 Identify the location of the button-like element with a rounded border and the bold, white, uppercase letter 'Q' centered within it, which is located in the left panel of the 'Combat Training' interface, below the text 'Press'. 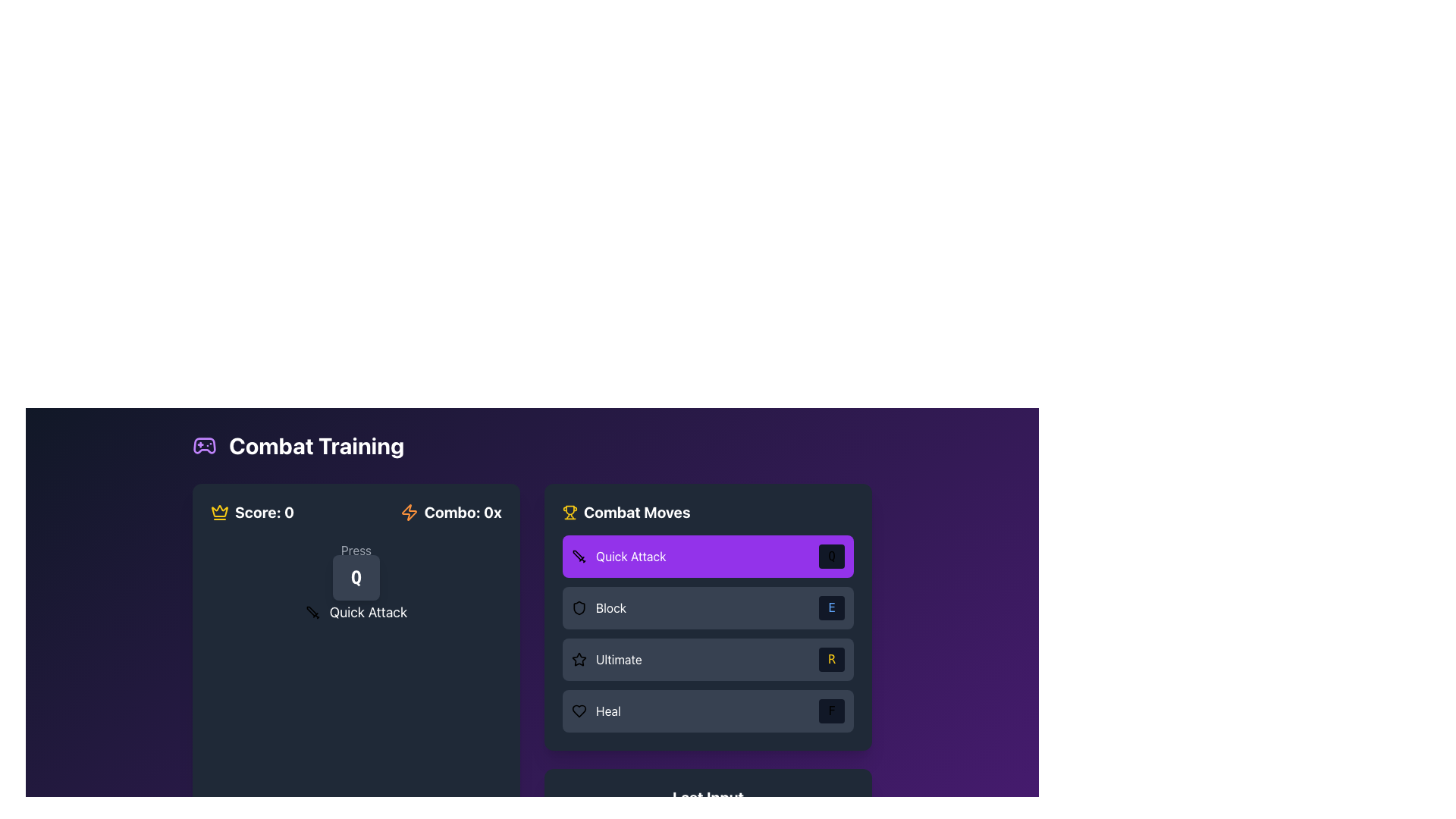
(356, 578).